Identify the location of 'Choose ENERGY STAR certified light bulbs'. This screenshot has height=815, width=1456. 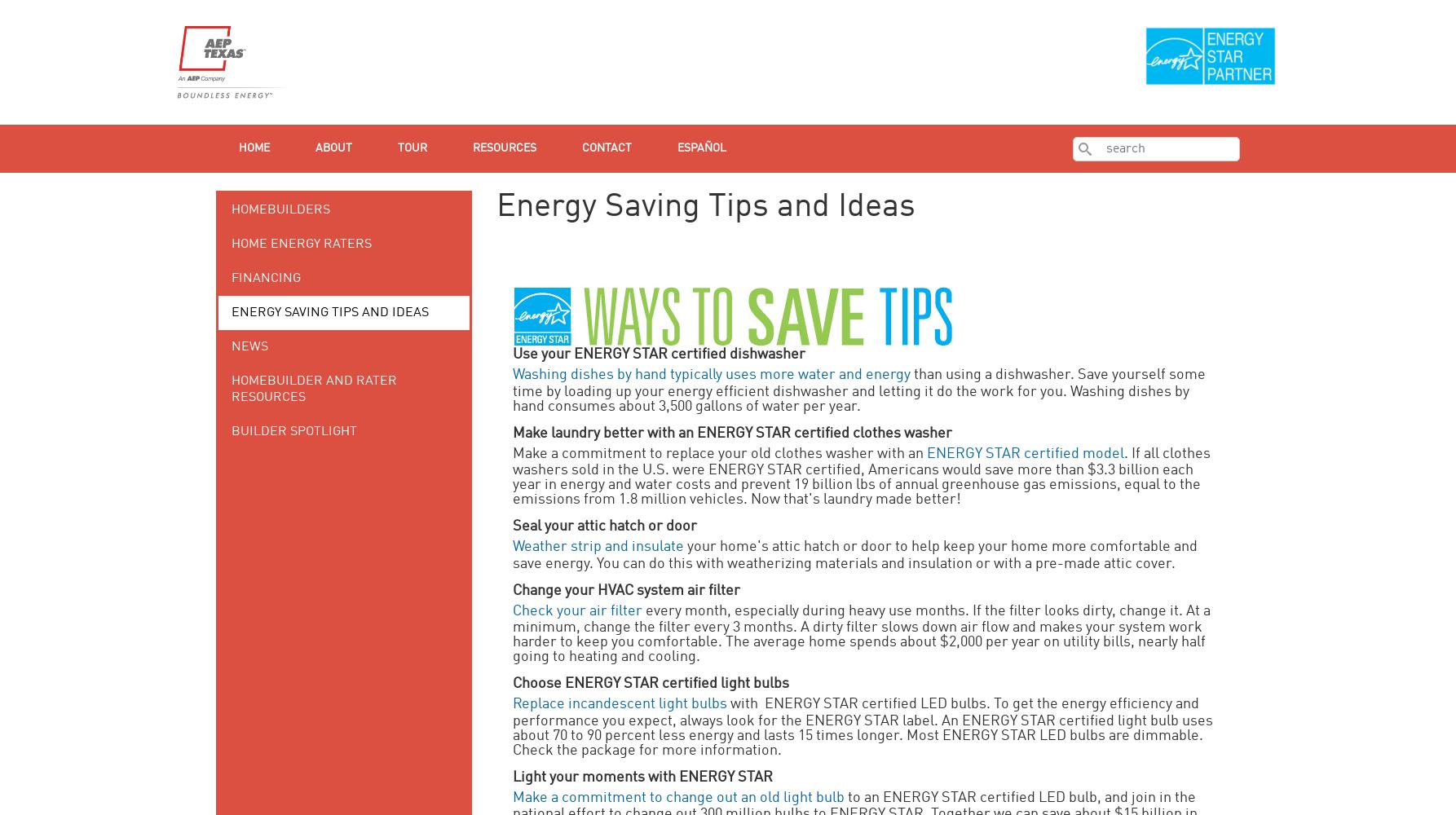
(650, 683).